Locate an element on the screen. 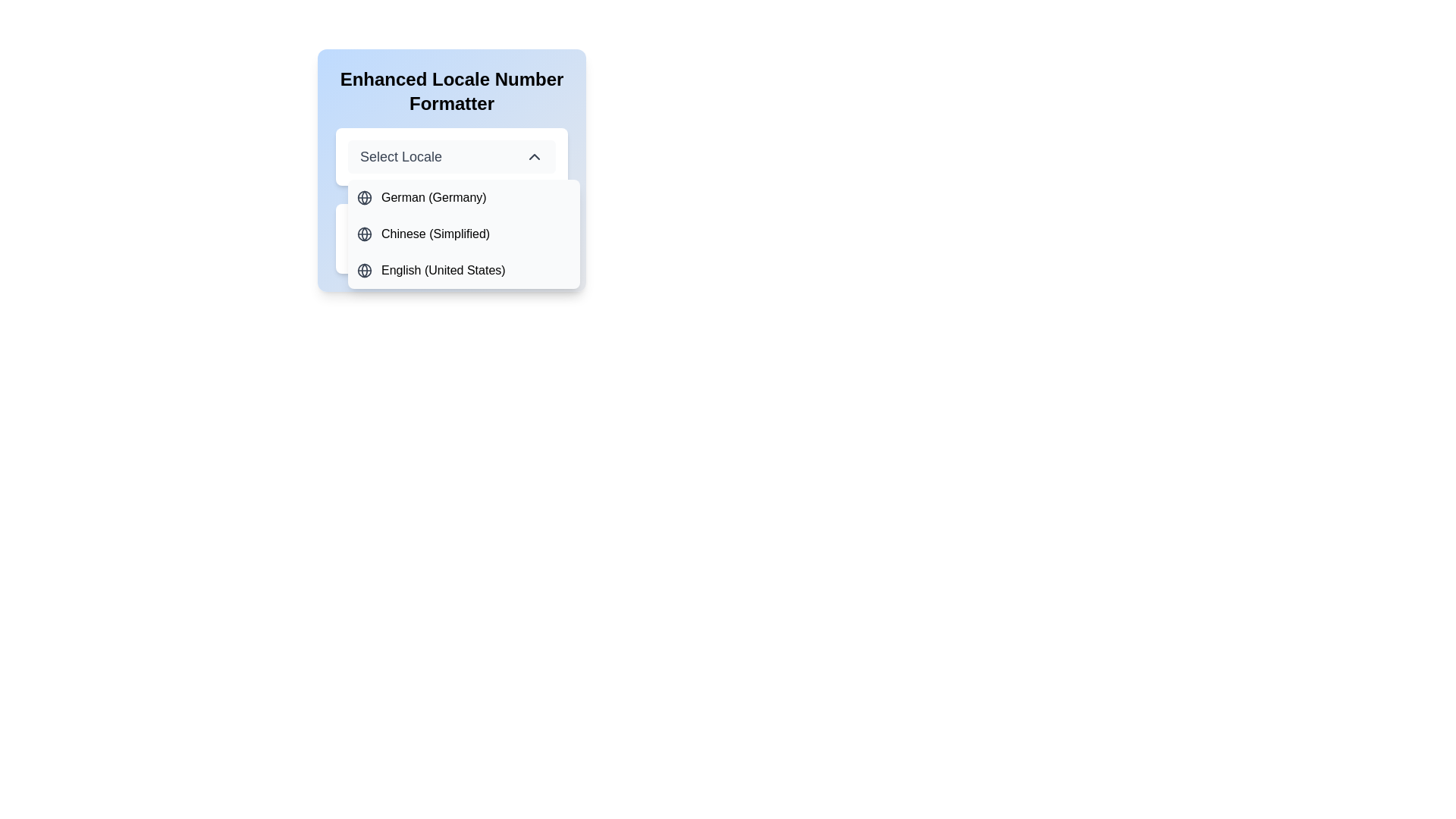 This screenshot has width=1456, height=819. the globe icon representing the language option 'English (United States)' in the dropdown menu is located at coordinates (364, 270).